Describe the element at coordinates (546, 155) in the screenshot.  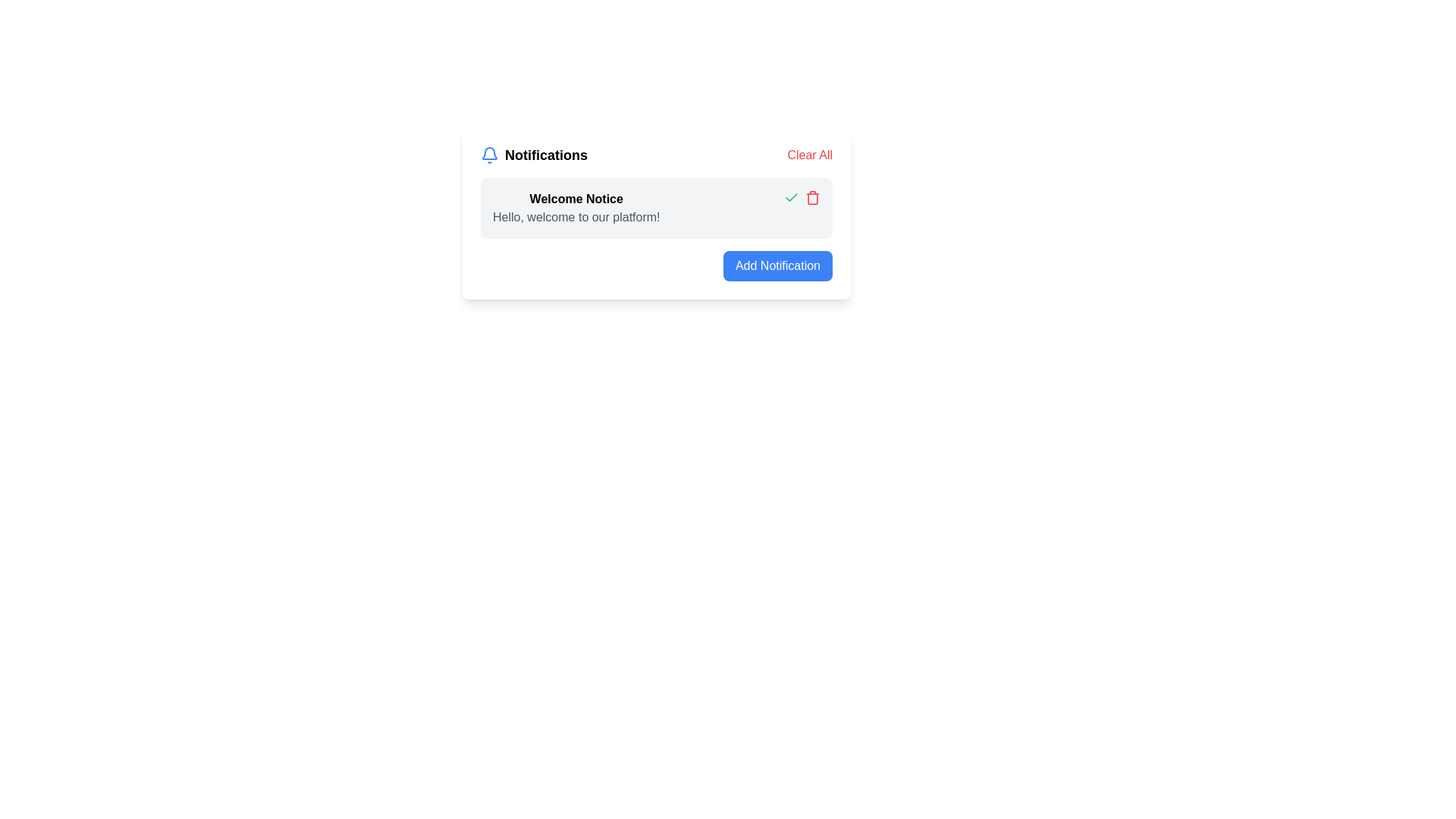
I see `the text label indicating notifications, which is positioned near the top of the section and is part of a horizontal layout with a blue-colored bell icon to its left` at that location.